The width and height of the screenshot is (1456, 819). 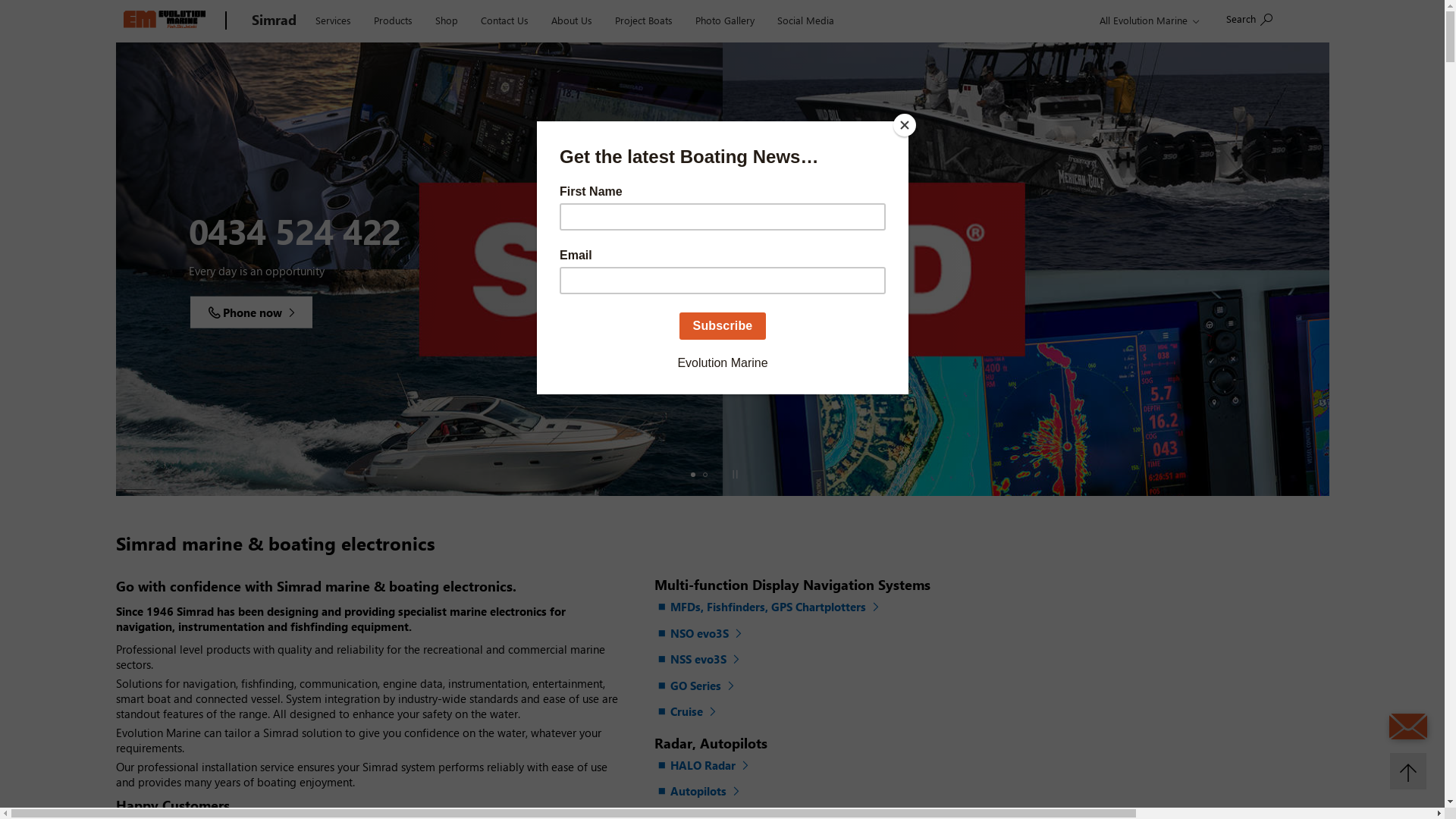 What do you see at coordinates (686, 712) in the screenshot?
I see `'Cruise'` at bounding box center [686, 712].